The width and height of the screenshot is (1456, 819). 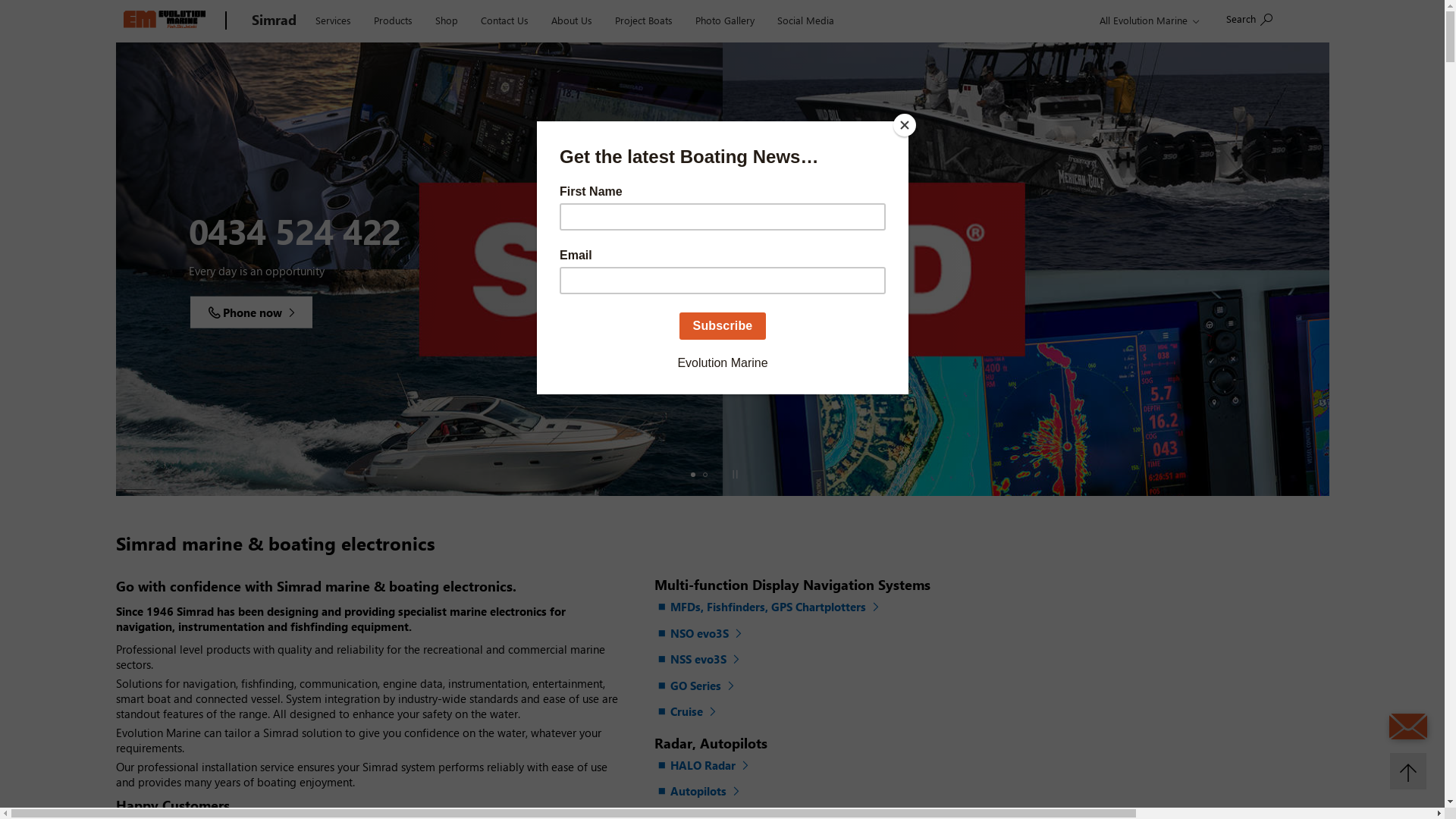 What do you see at coordinates (686, 712) in the screenshot?
I see `'Cruise'` at bounding box center [686, 712].